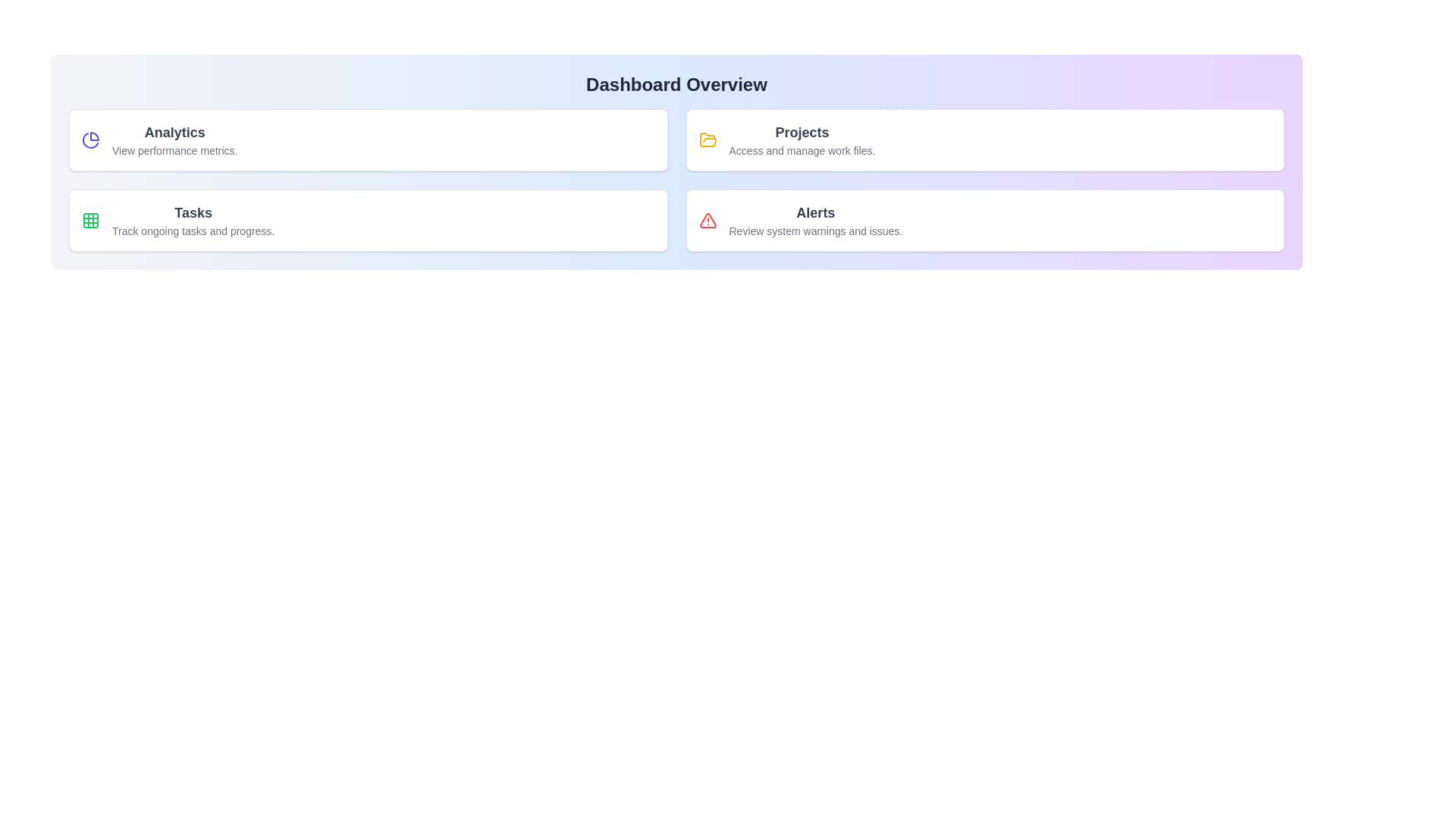  Describe the element at coordinates (985, 220) in the screenshot. I see `the menu item corresponding to Alerts to navigate to the respective section` at that location.